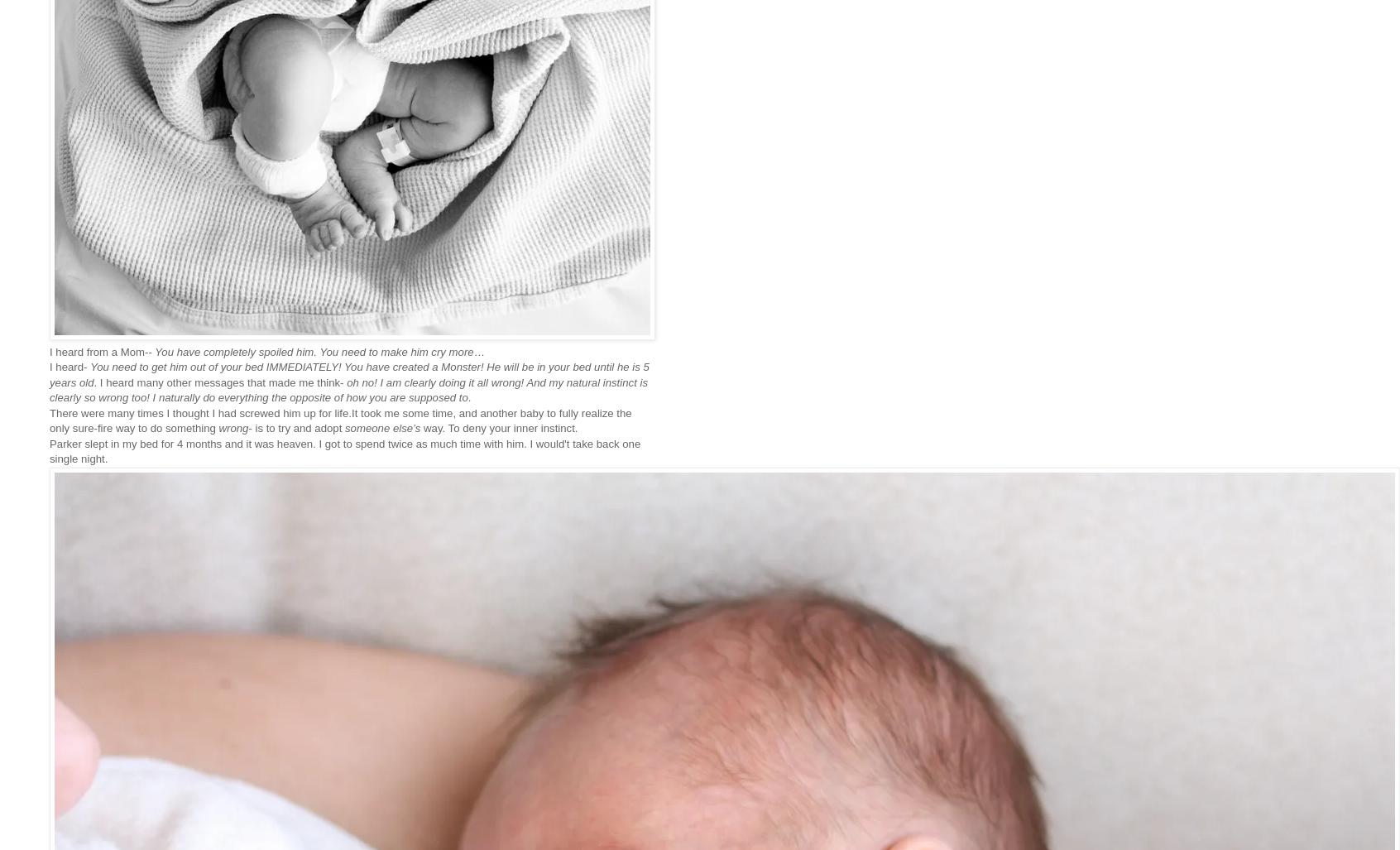 This screenshot has width=1400, height=850. Describe the element at coordinates (70, 366) in the screenshot. I see `'I heard-'` at that location.